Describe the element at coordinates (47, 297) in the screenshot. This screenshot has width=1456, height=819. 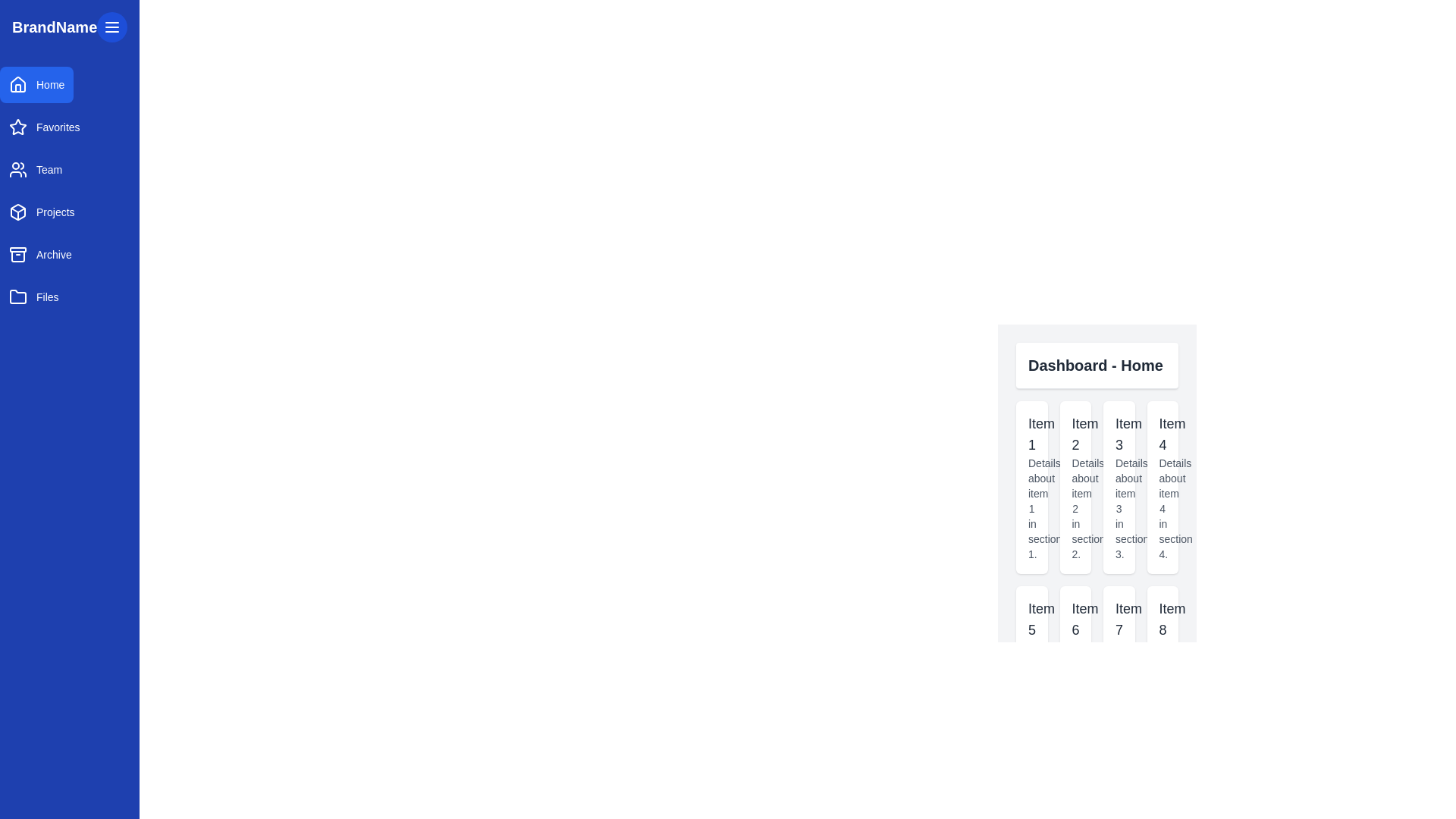
I see `the 'Files' label in the sidebar menu` at that location.